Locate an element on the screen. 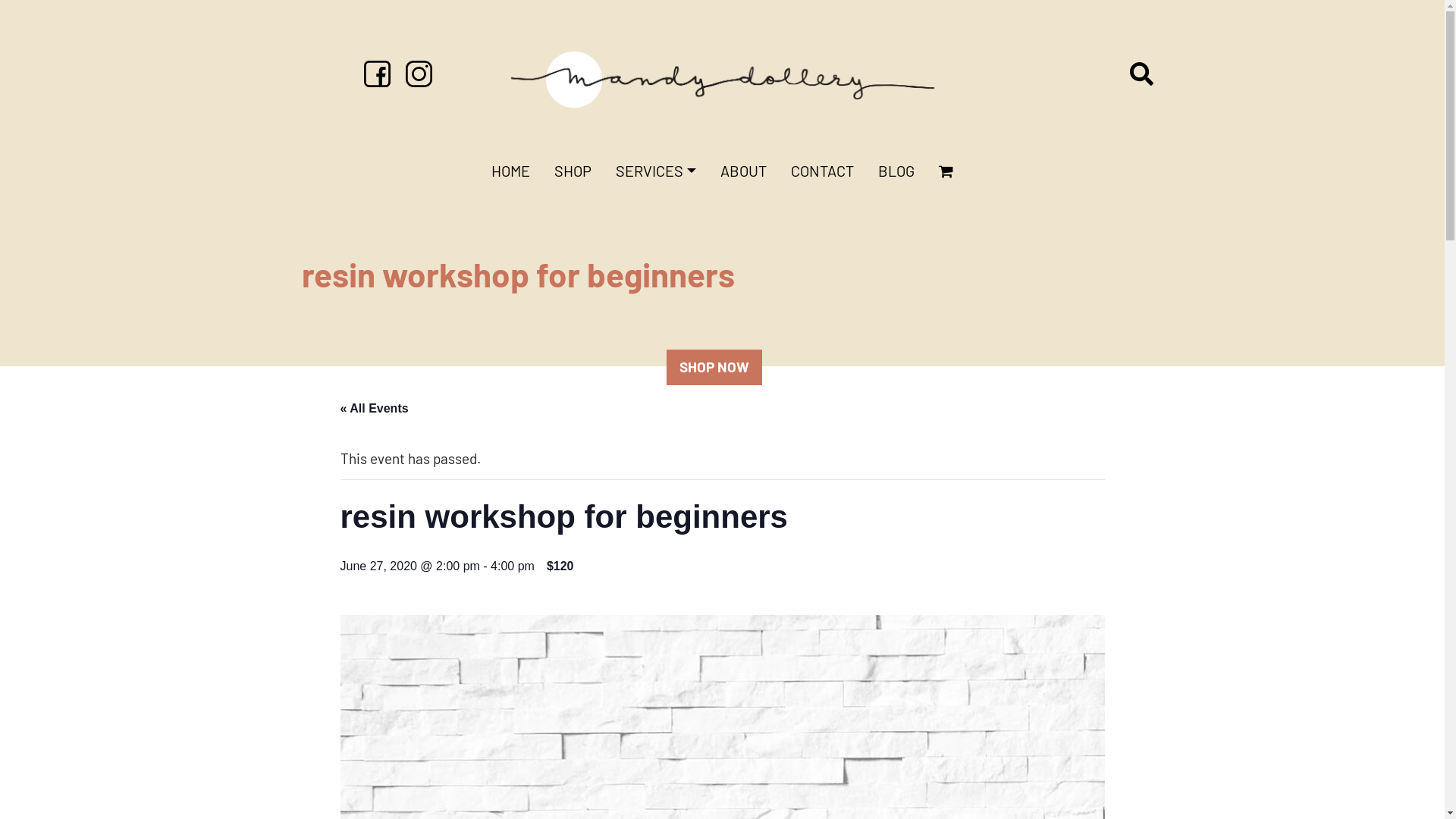  'Instagram' is located at coordinates (400, 71).